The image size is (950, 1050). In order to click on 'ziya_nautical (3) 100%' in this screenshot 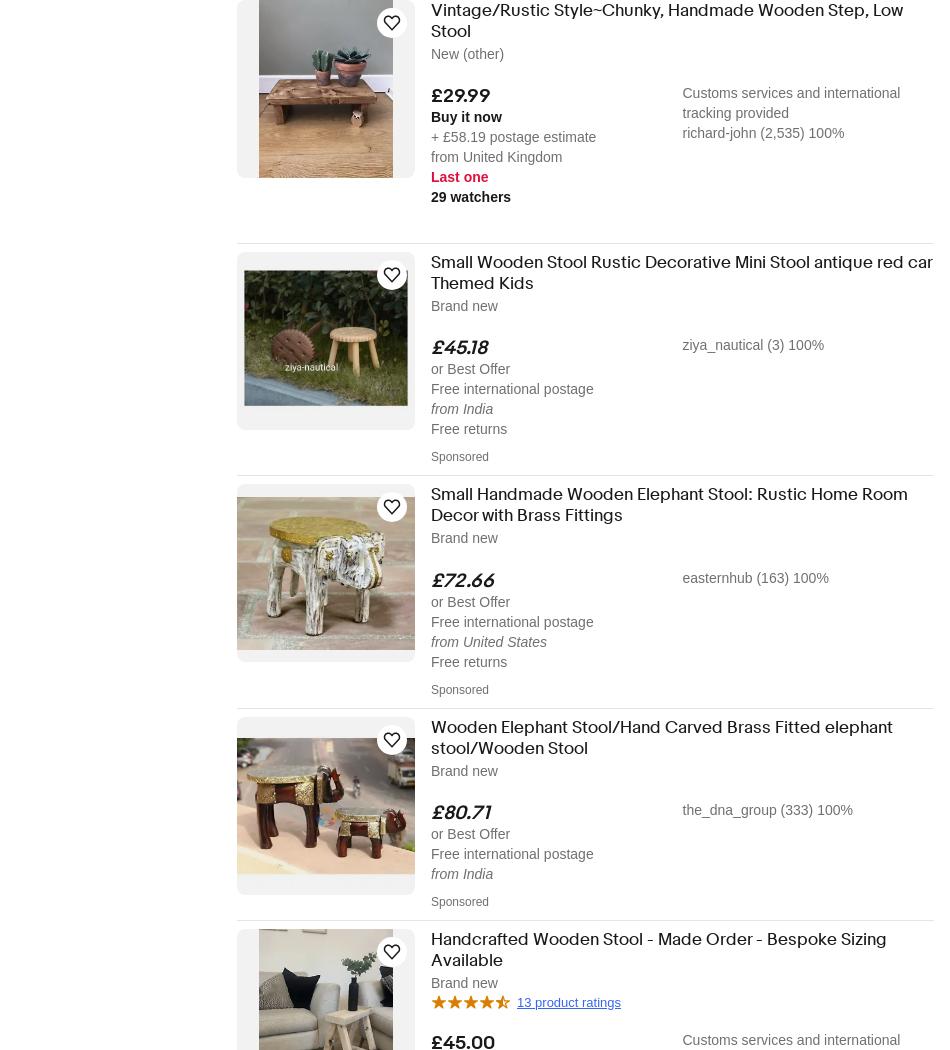, I will do `click(751, 344)`.